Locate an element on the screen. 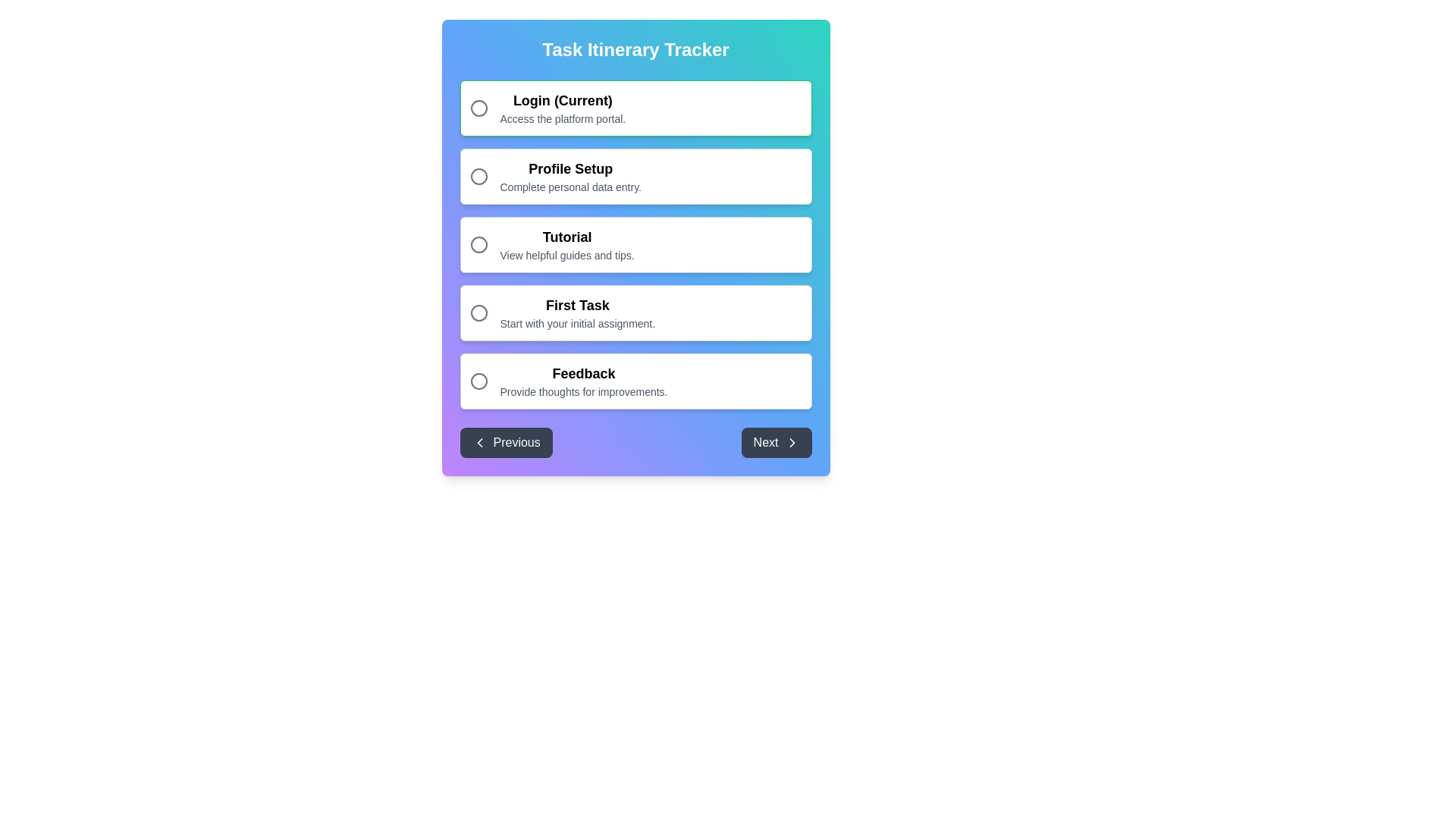  the Circle graphical element functioning as a radio button or status indicator located within the 'Profile Setup' list item is located at coordinates (478, 175).